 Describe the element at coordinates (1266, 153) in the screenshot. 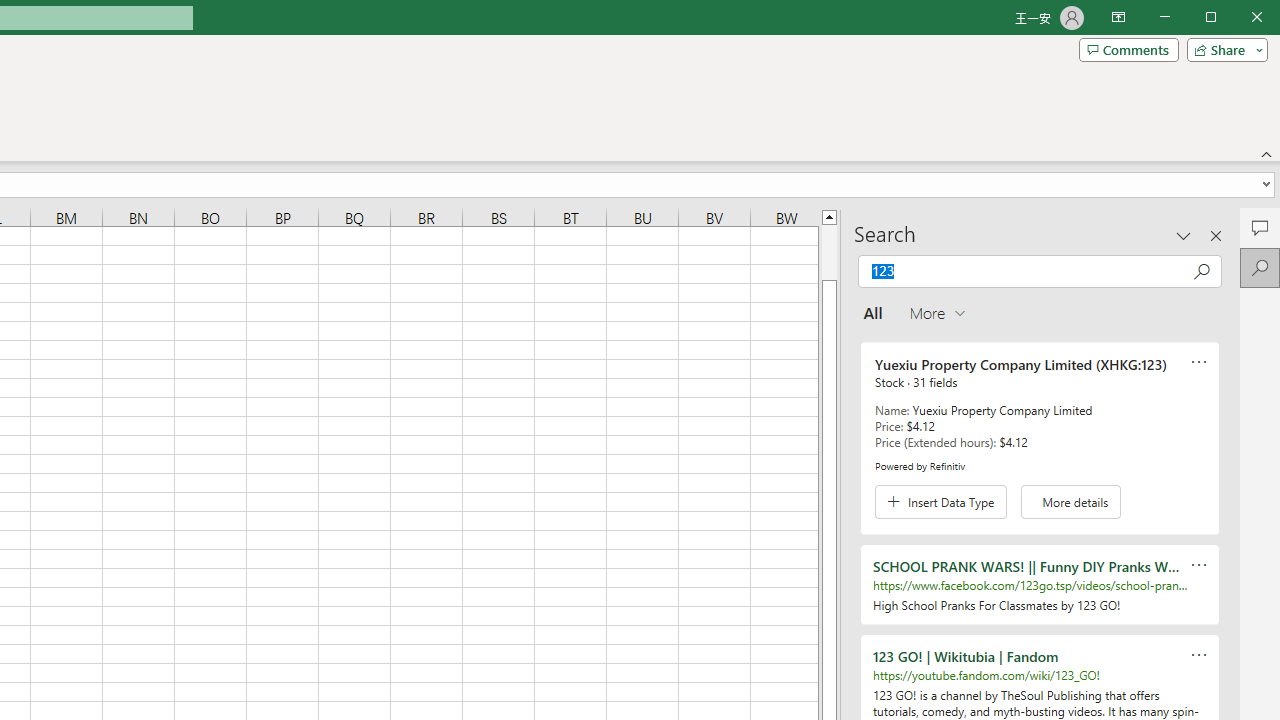

I see `'Collapse the Ribbon'` at that location.